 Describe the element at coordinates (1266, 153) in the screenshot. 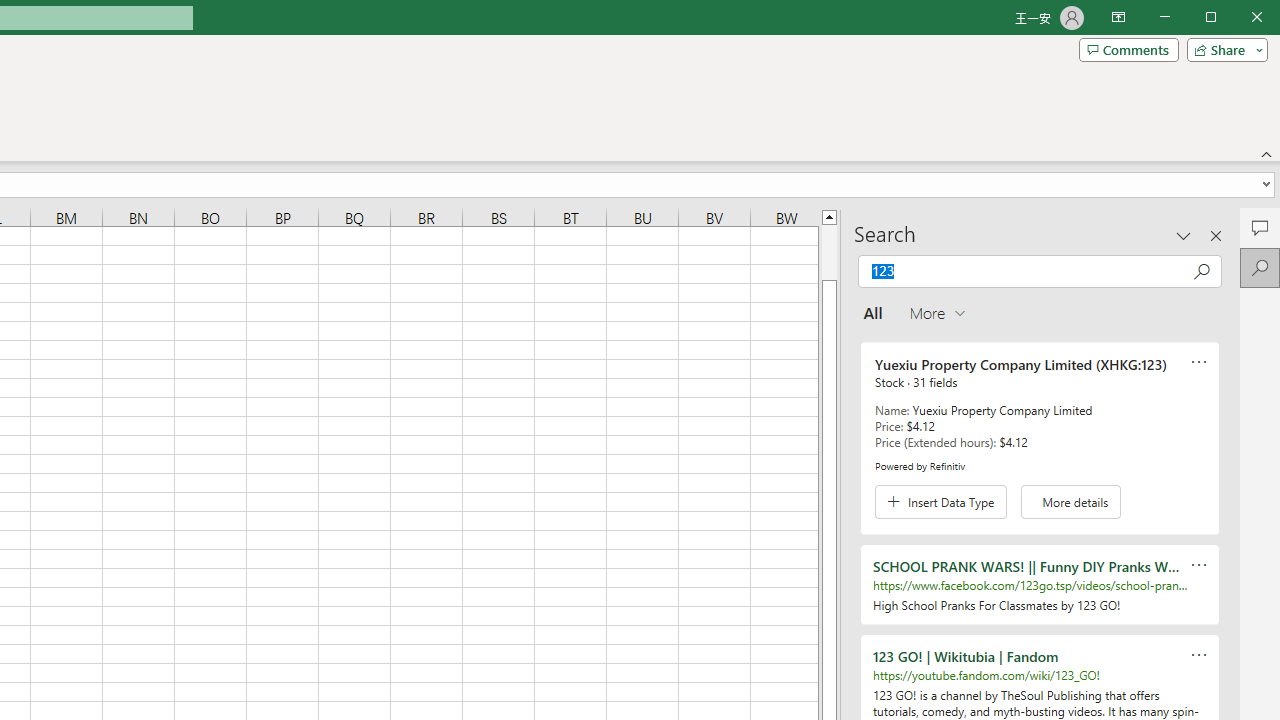

I see `'Collapse the Ribbon'` at that location.